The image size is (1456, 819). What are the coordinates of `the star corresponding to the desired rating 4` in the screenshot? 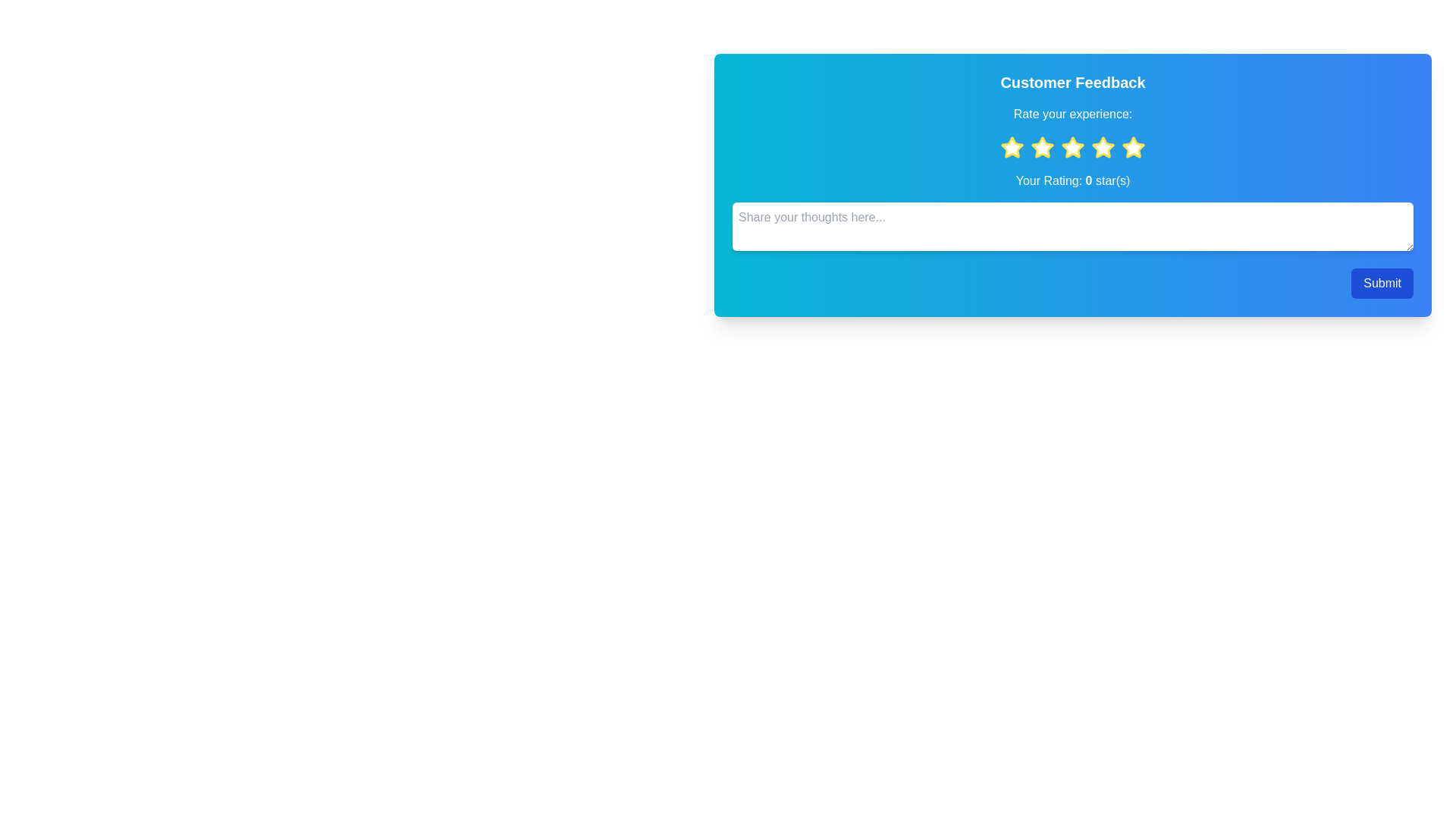 It's located at (1103, 148).